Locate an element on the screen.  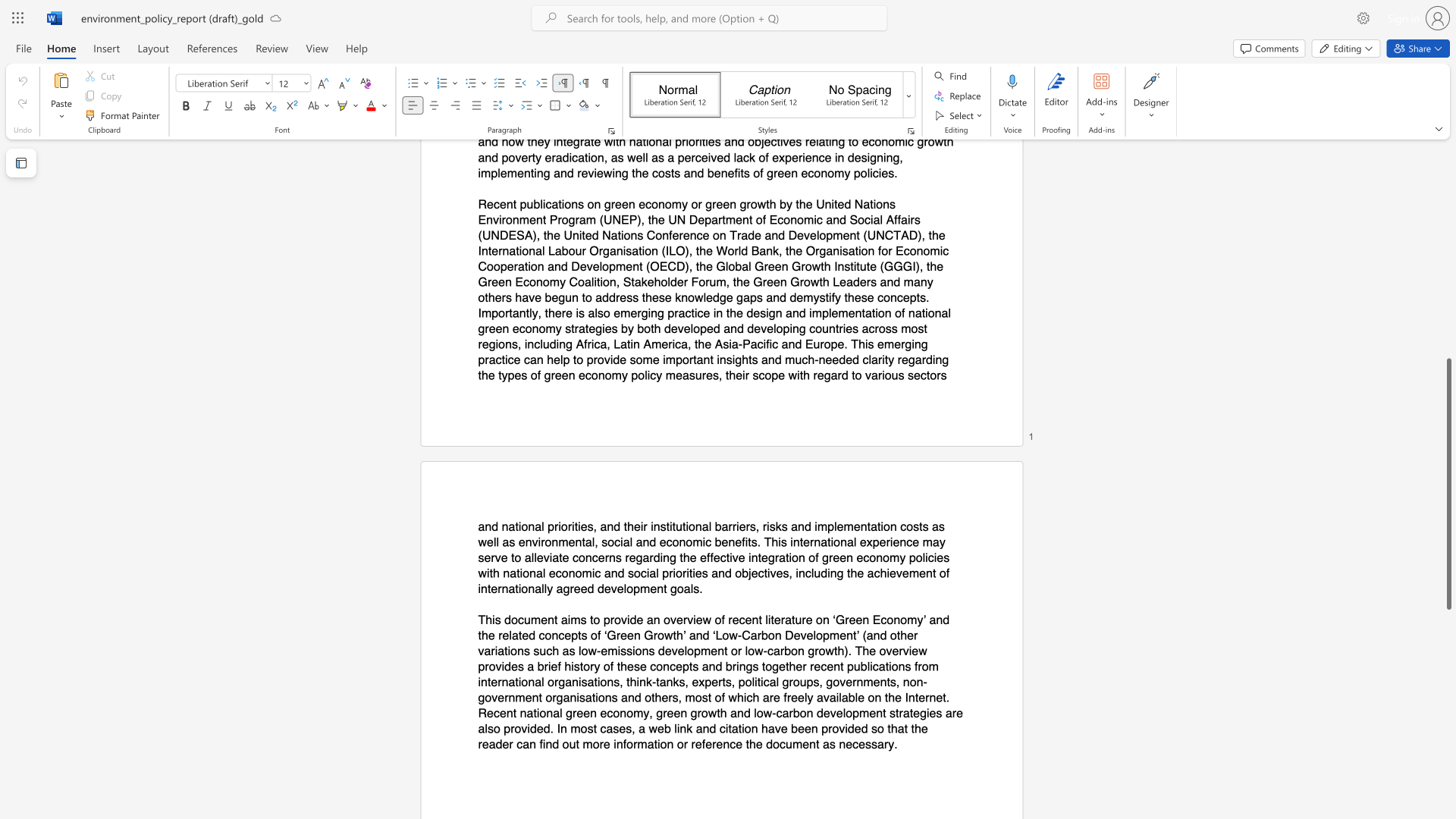
the scrollbar on the right to shift the page higher is located at coordinates (1448, 356).